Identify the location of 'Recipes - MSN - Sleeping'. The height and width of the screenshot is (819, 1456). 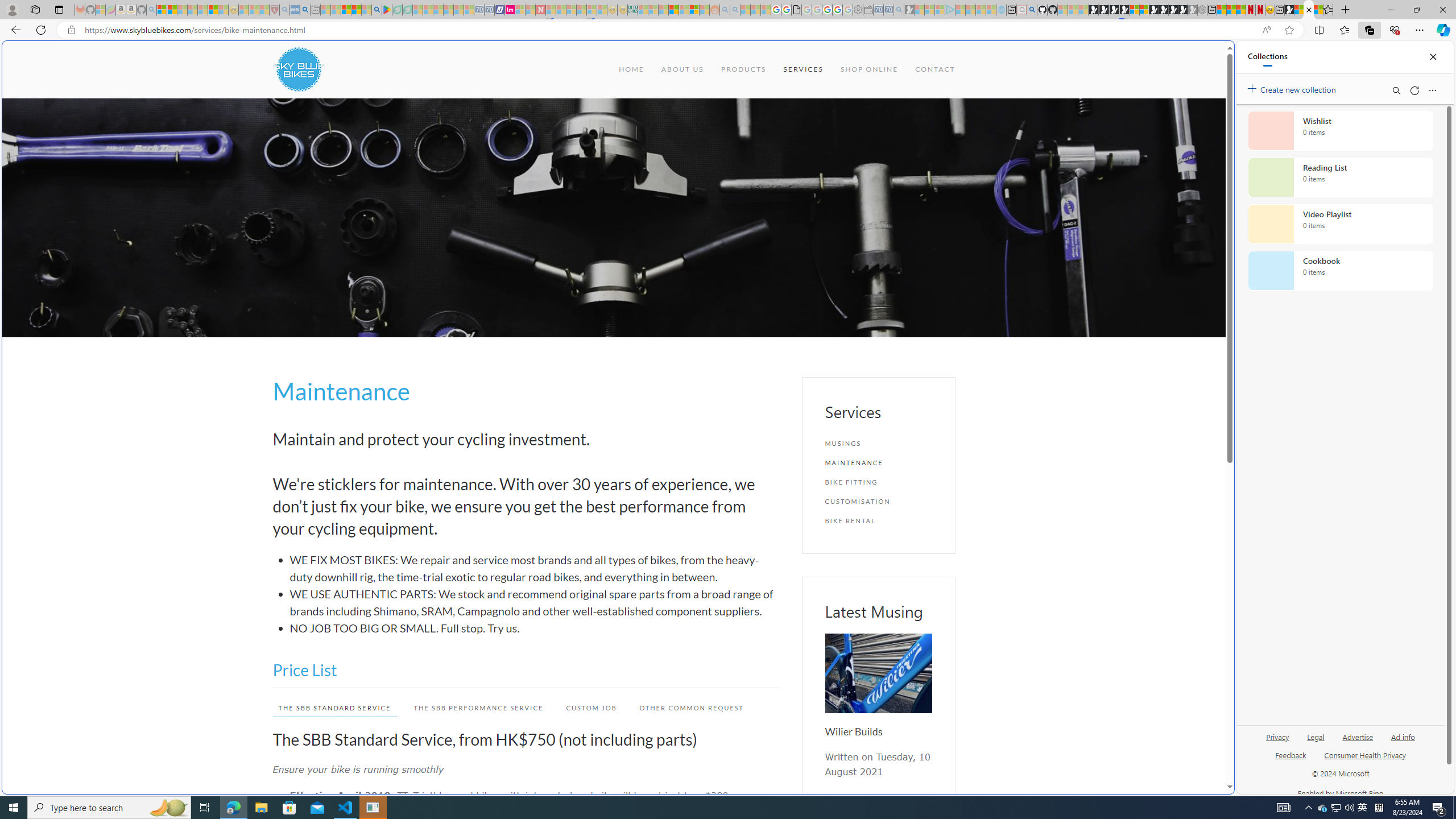
(243, 9).